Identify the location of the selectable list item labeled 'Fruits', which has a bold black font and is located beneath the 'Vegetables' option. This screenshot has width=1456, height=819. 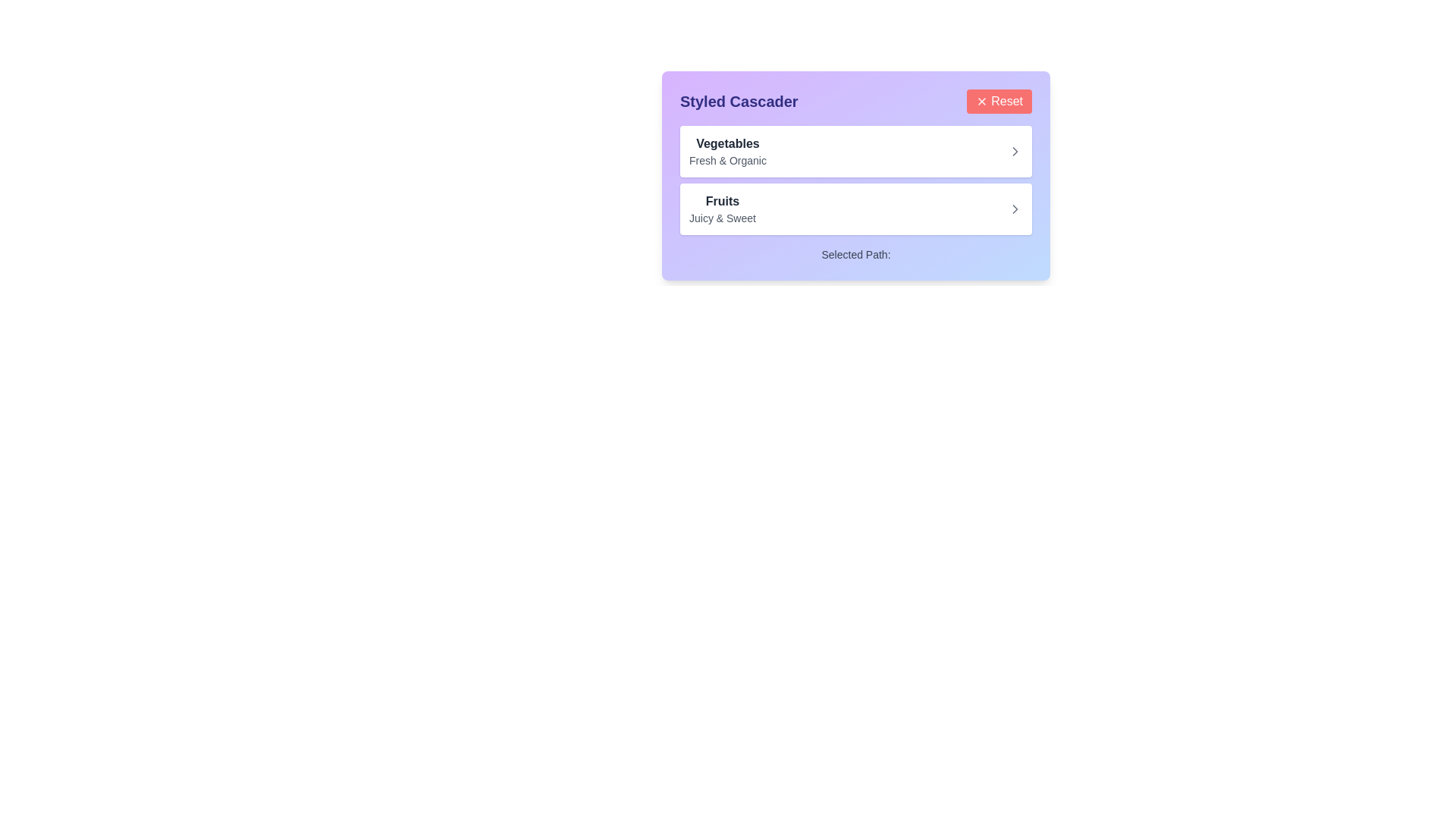
(855, 209).